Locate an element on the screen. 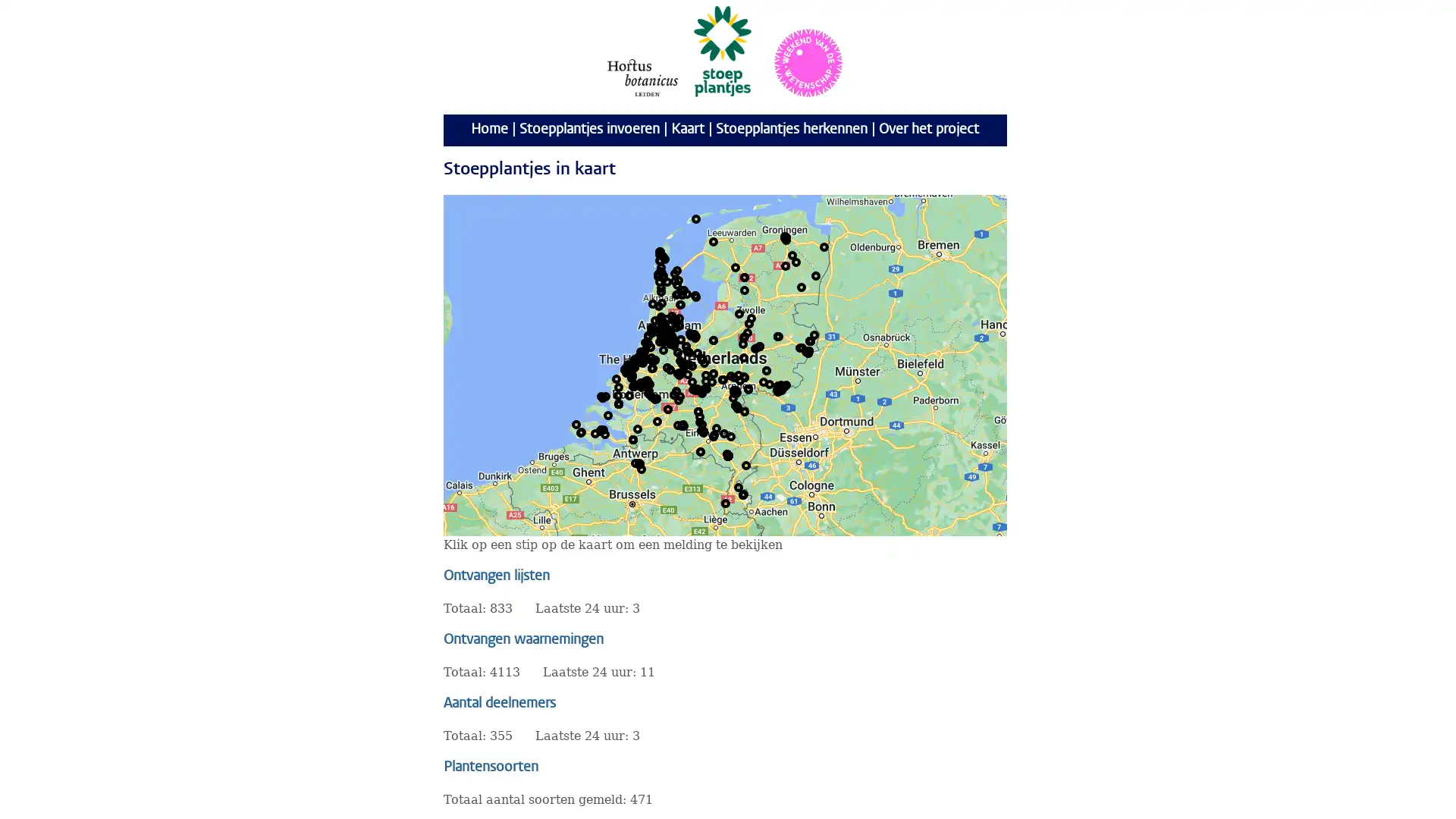  Telling van Anne Cox op 26 februari 2022 is located at coordinates (745, 464).